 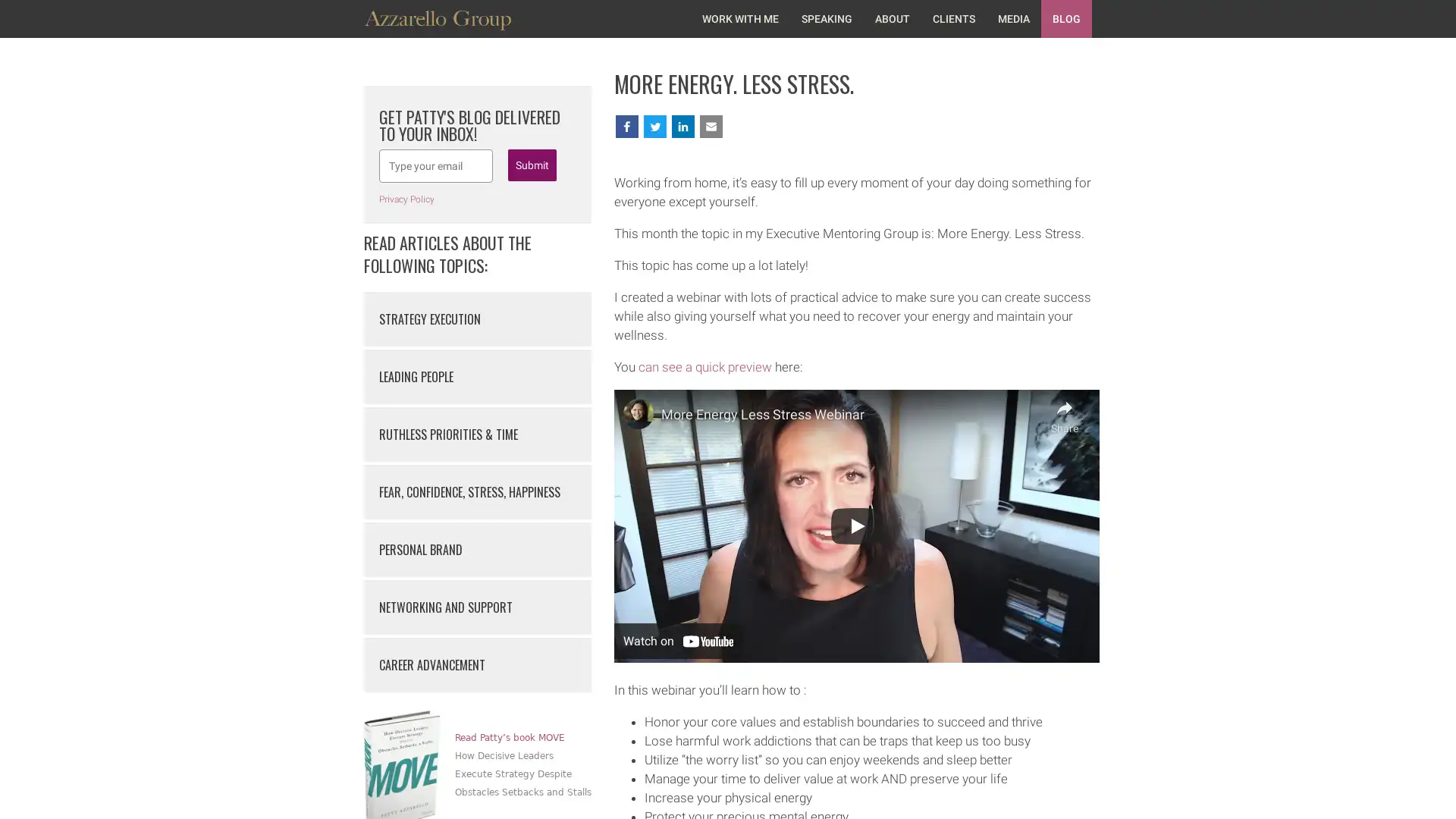 What do you see at coordinates (654, 125) in the screenshot?
I see `Share to Facebook Facebook` at bounding box center [654, 125].